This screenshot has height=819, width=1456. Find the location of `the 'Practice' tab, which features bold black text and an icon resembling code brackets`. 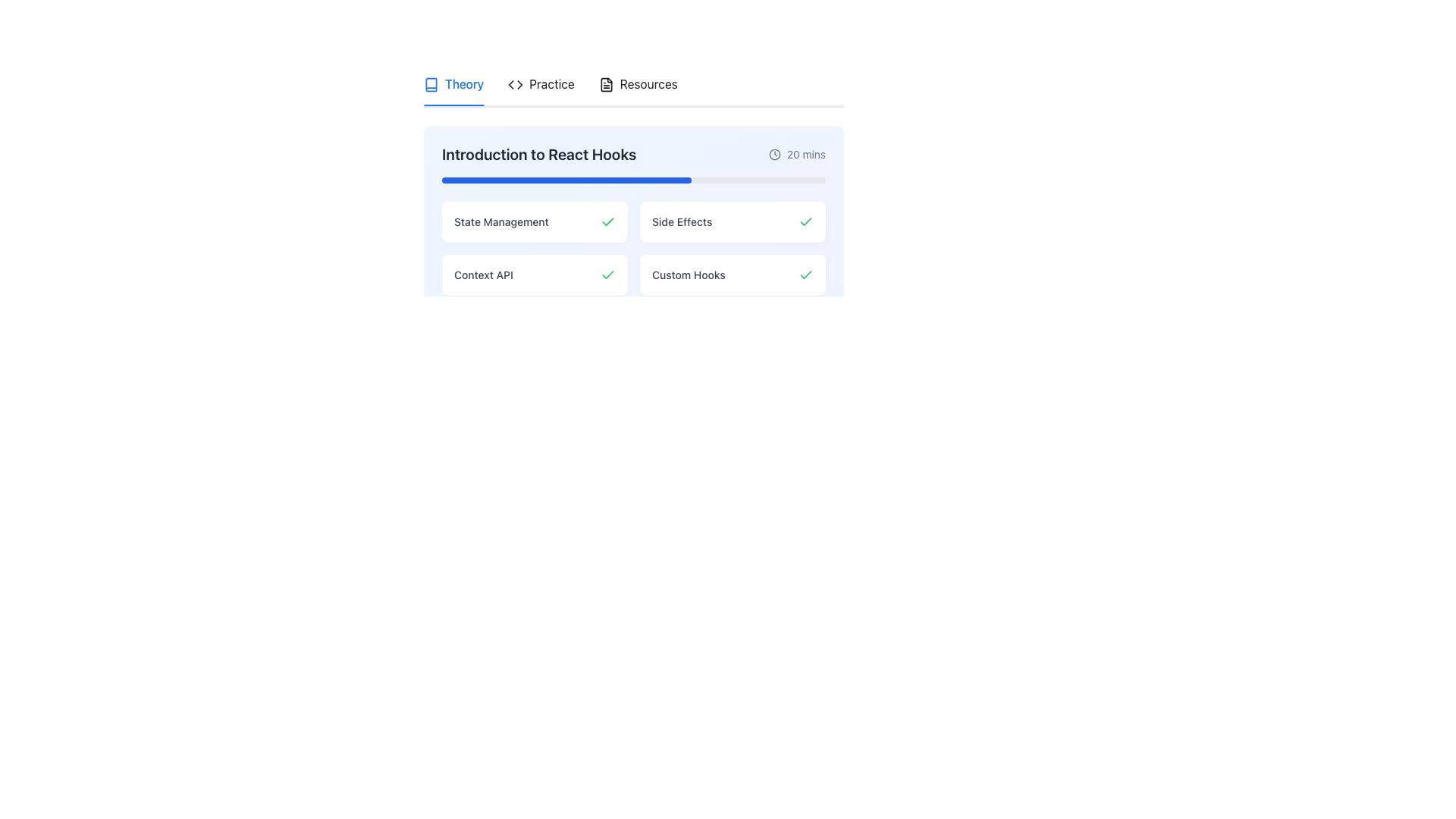

the 'Practice' tab, which features bold black text and an icon resembling code brackets is located at coordinates (541, 84).